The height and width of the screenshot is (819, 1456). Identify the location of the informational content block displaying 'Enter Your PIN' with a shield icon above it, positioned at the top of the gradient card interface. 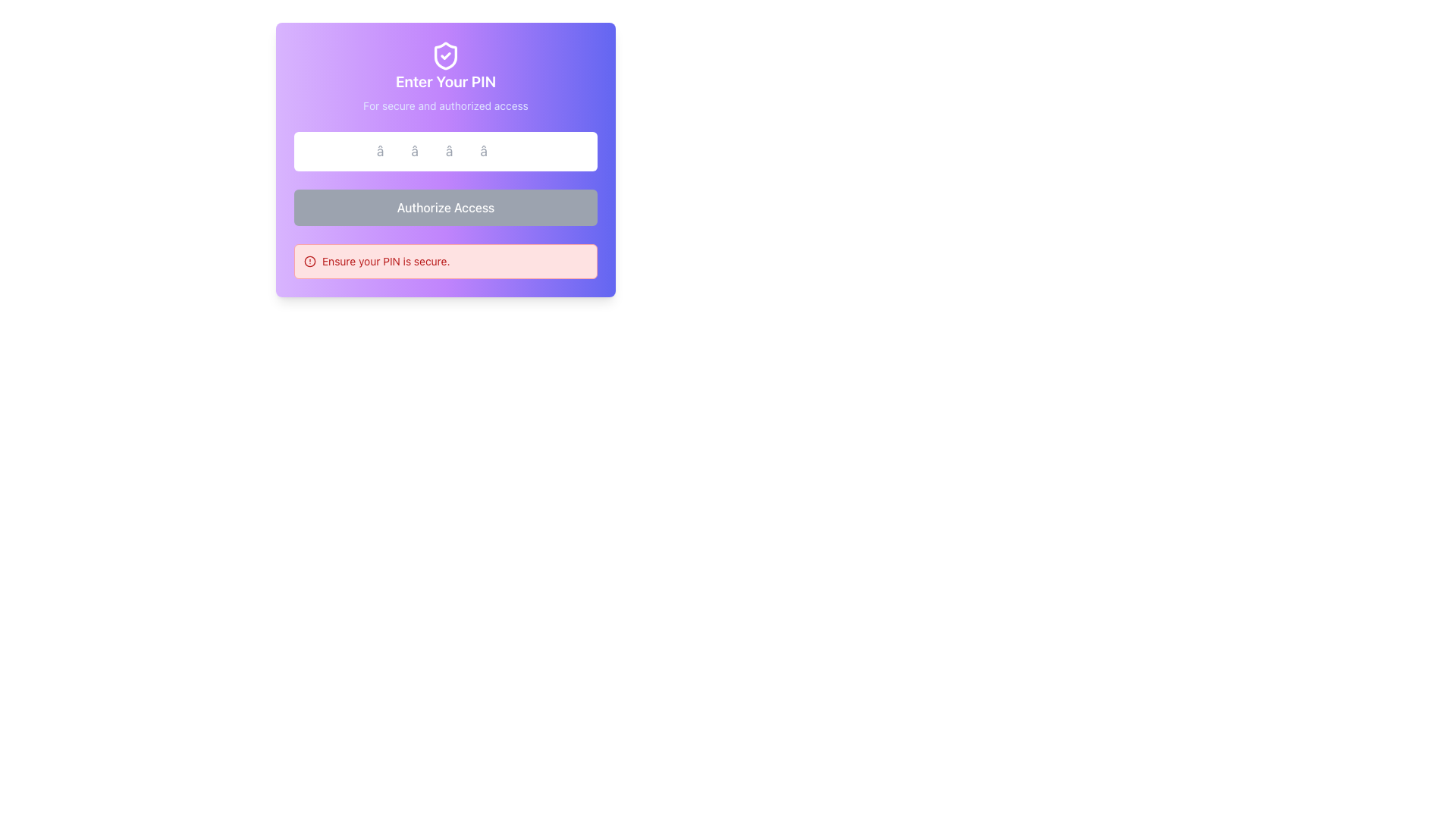
(445, 77).